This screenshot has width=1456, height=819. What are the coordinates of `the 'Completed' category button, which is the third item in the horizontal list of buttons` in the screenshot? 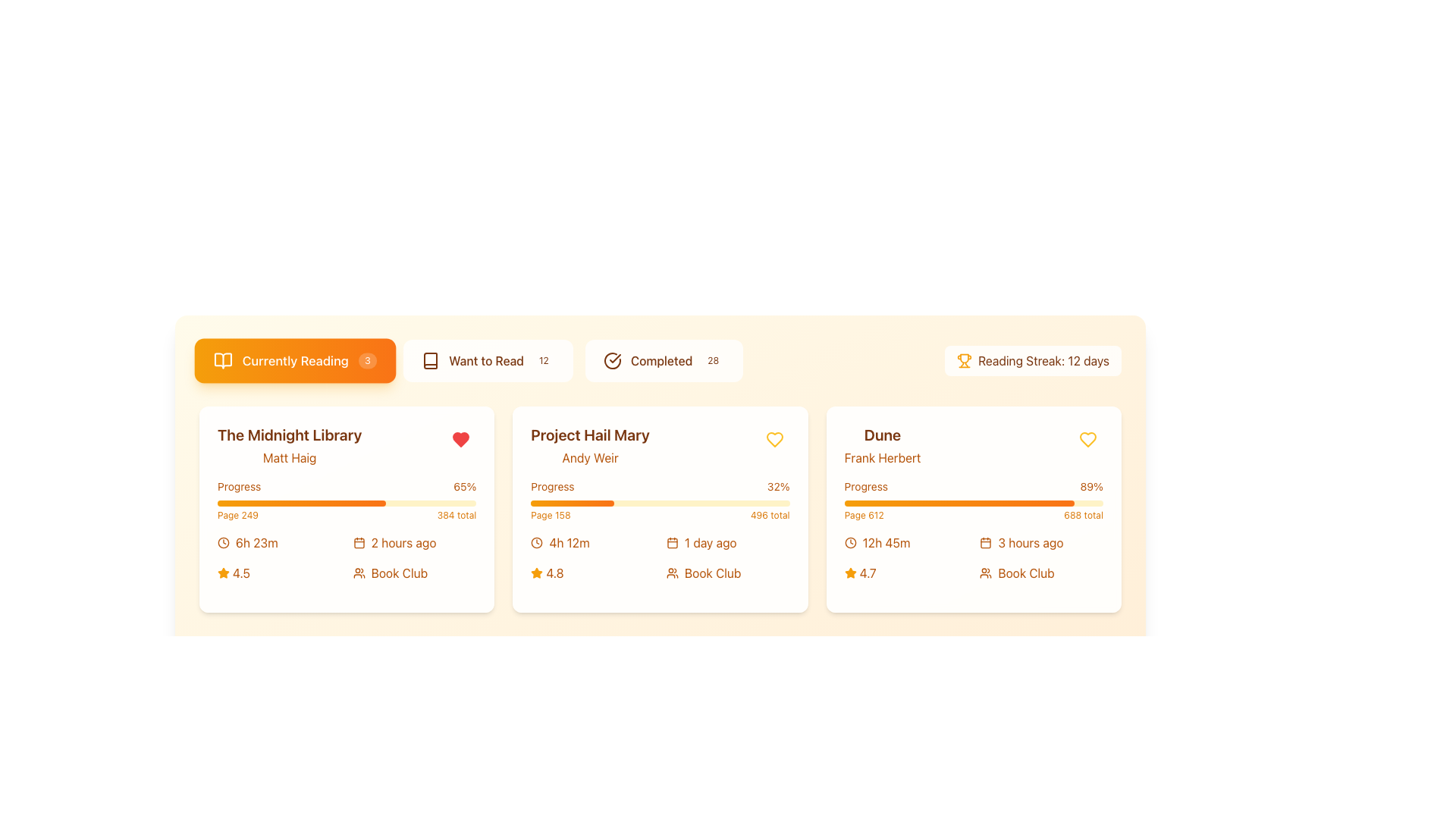 It's located at (664, 360).